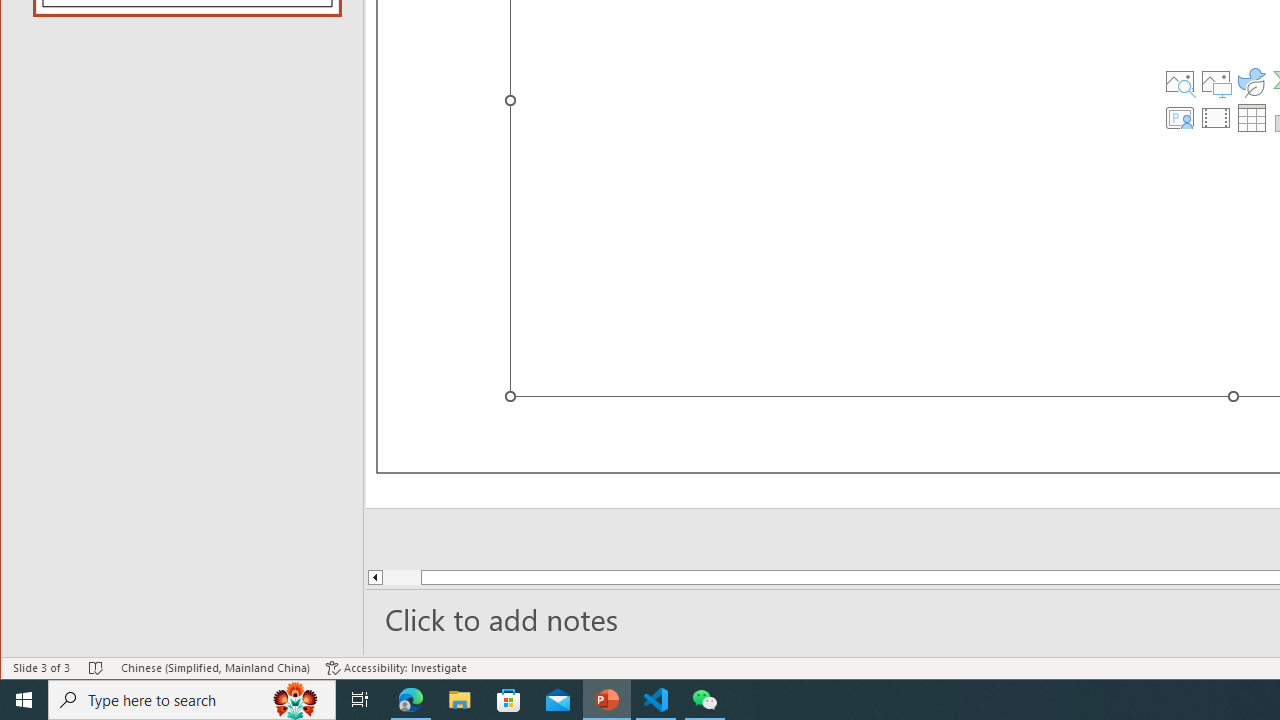 This screenshot has width=1280, height=720. I want to click on 'WeChat - 1 running window', so click(705, 698).